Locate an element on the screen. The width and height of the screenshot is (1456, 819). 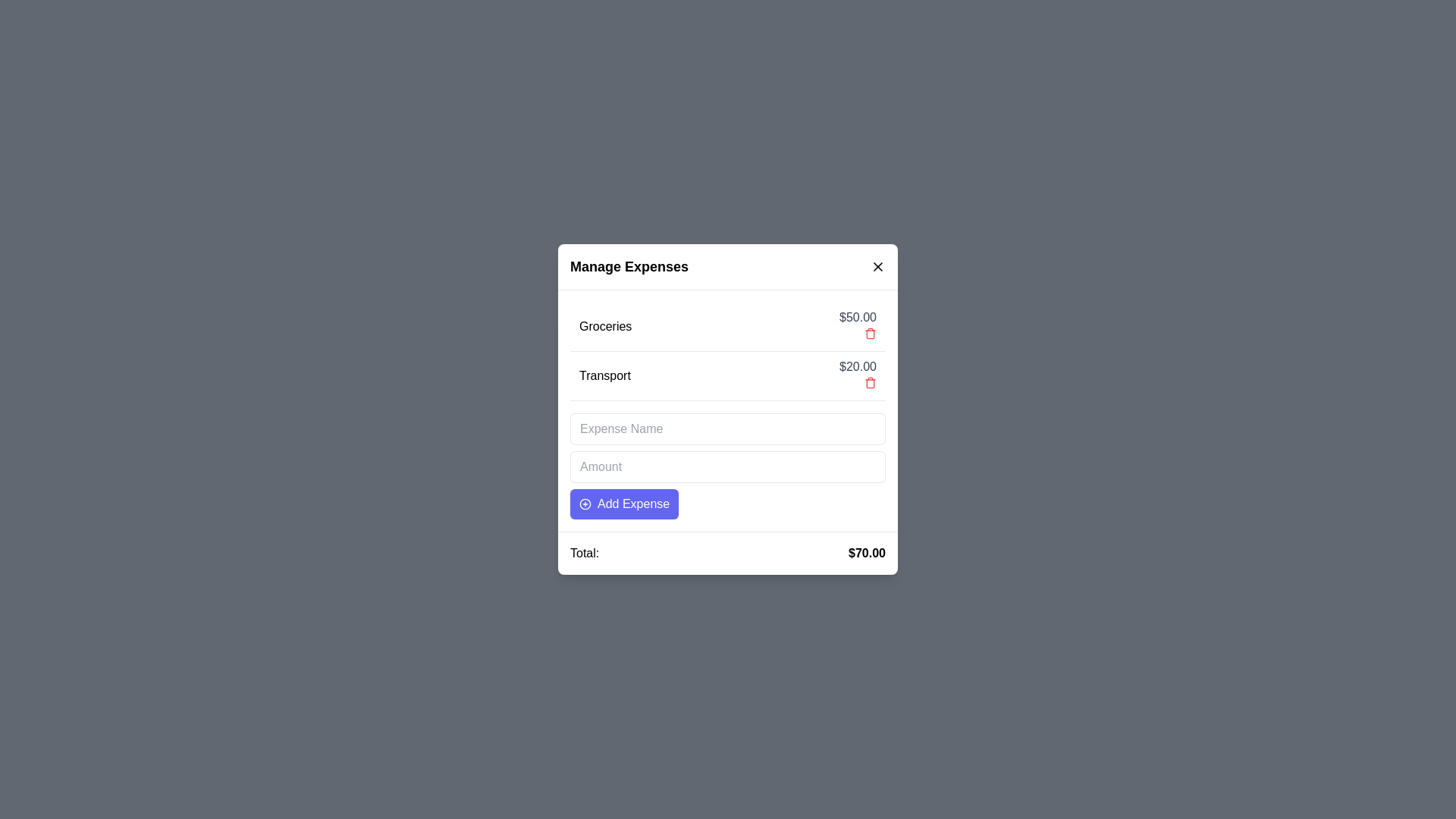
the small 'X' icon button at the top-right corner of the 'Manage Expenses' card is located at coordinates (877, 265).